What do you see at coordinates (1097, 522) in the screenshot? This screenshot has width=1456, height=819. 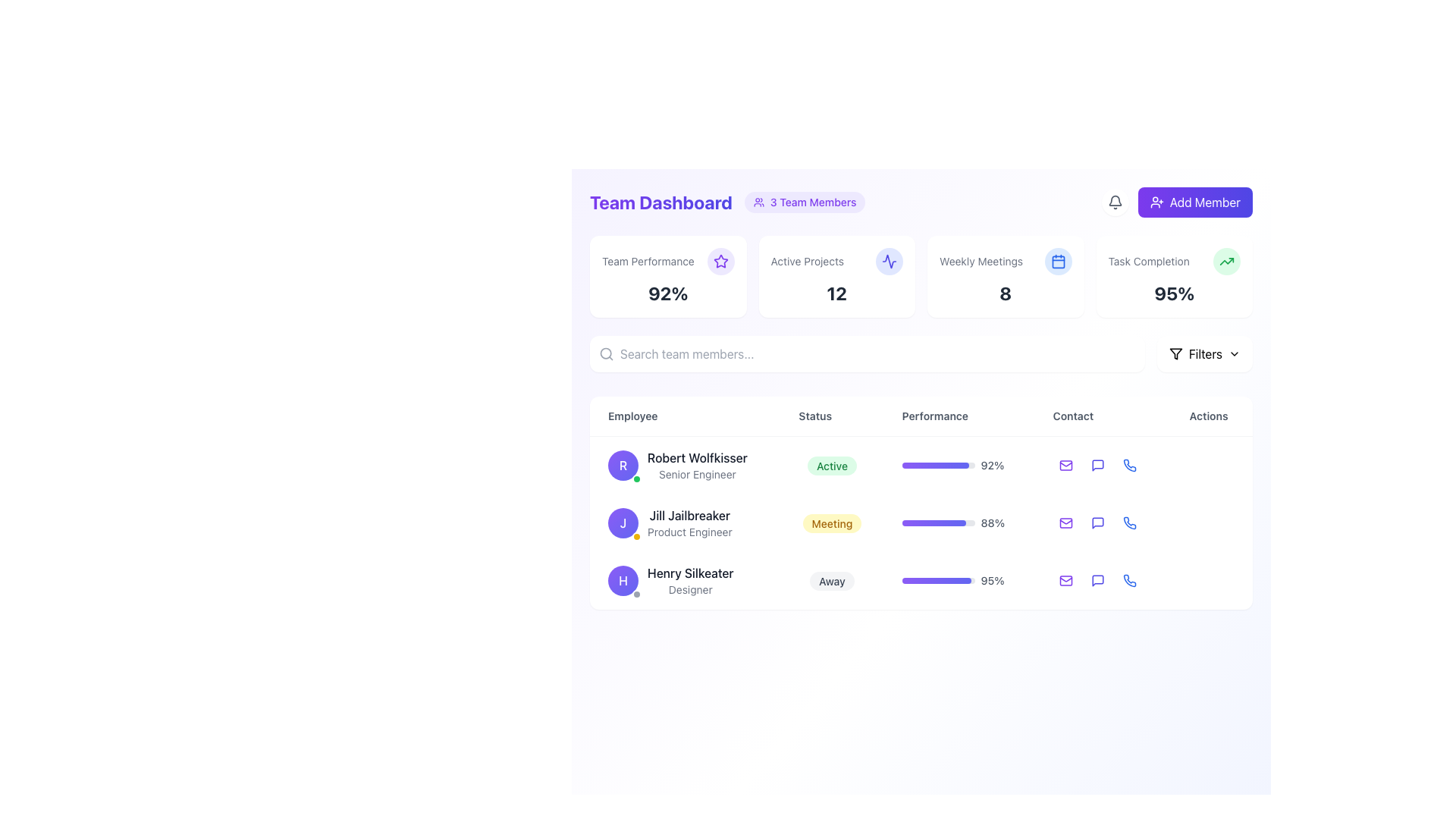 I see `the speech-bubble-shaped icon button in the 'Contact' column of the second row (employee Jill Jailbreaker) in the team dashboard table` at bounding box center [1097, 522].